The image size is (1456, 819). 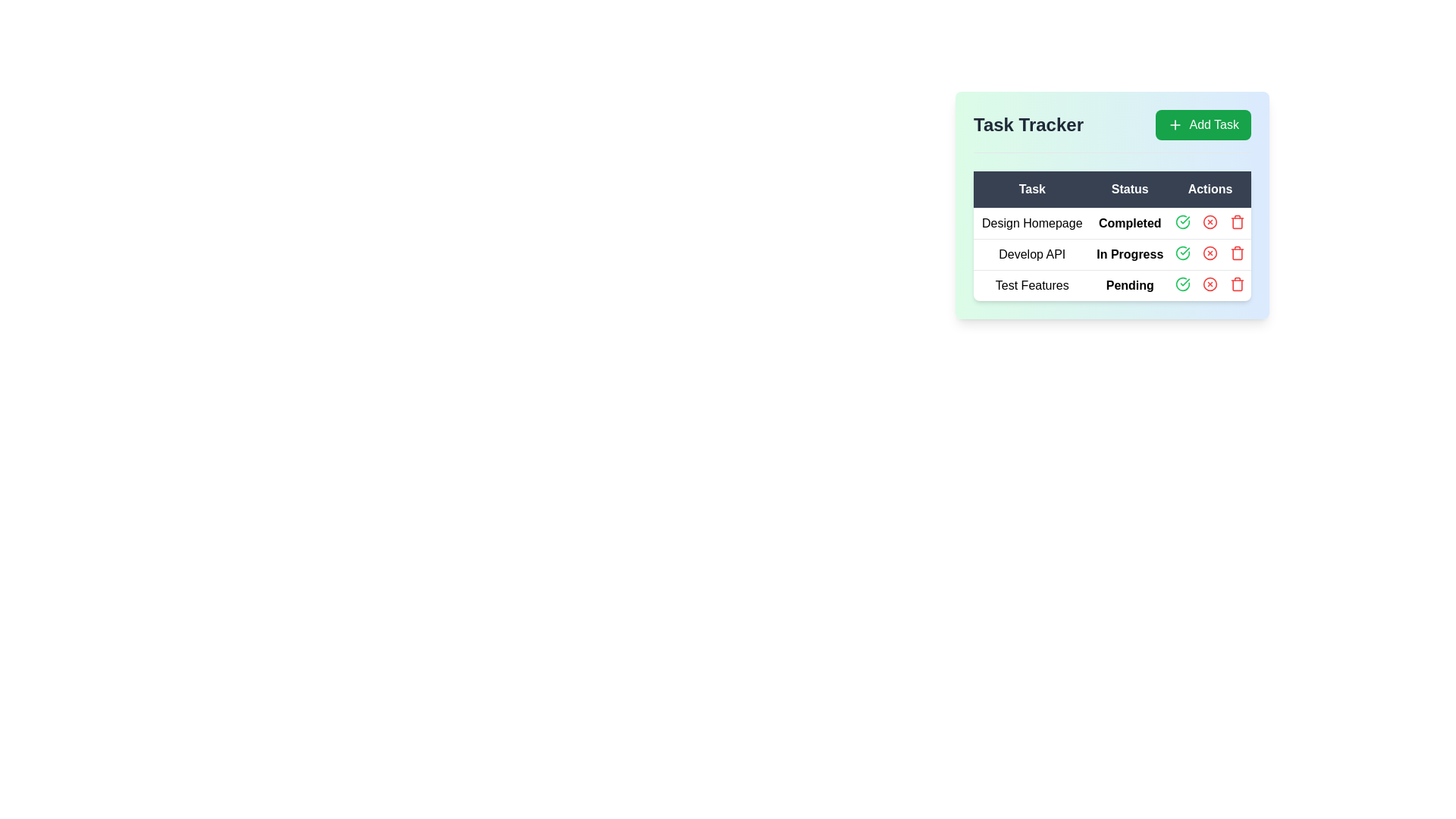 I want to click on the leftmost icon in the 'Actions' column of the 'Test Features' row in the 'Task Tracker' table, so click(x=1182, y=284).